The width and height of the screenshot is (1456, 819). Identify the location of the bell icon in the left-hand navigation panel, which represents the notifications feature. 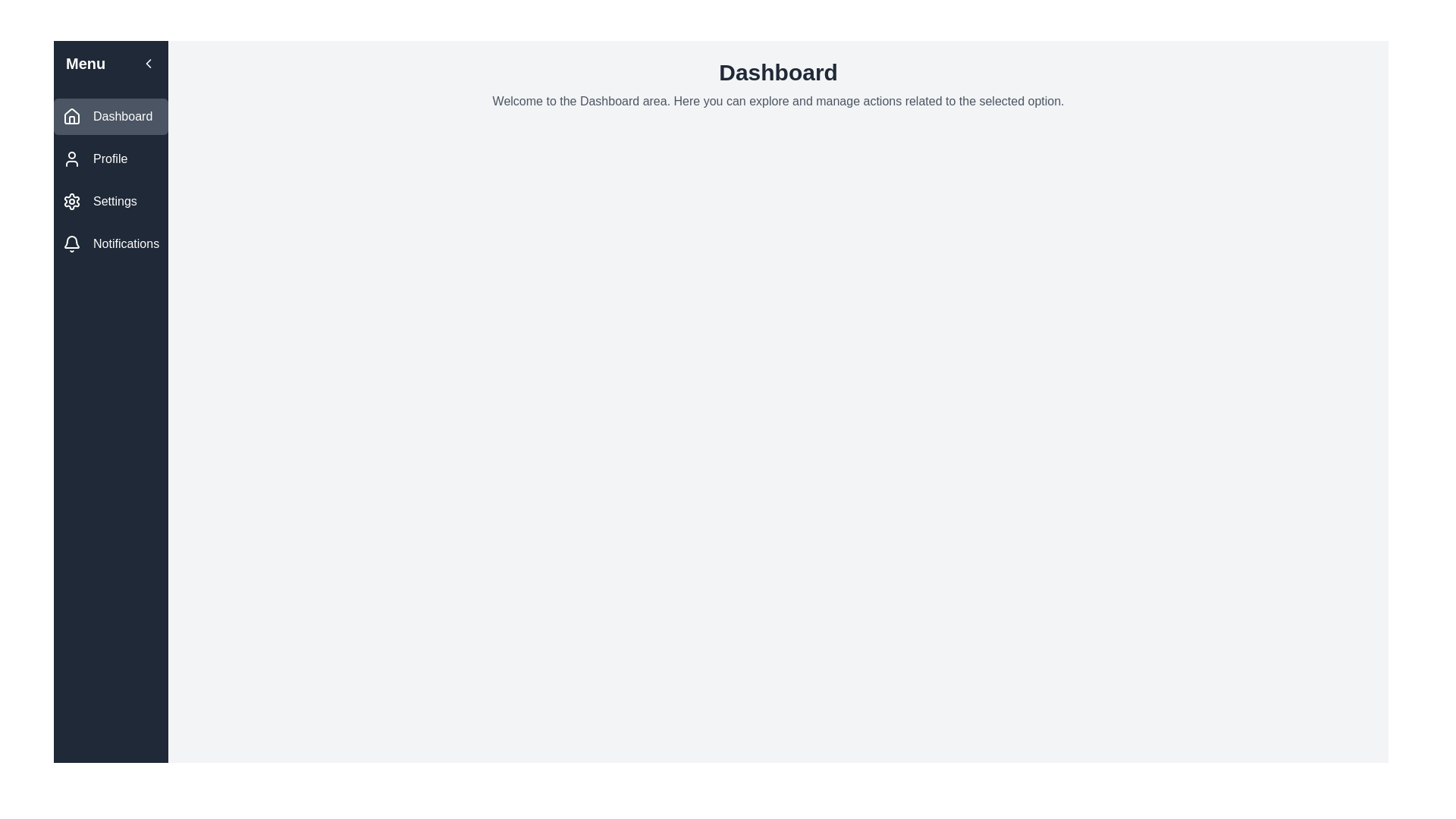
(71, 243).